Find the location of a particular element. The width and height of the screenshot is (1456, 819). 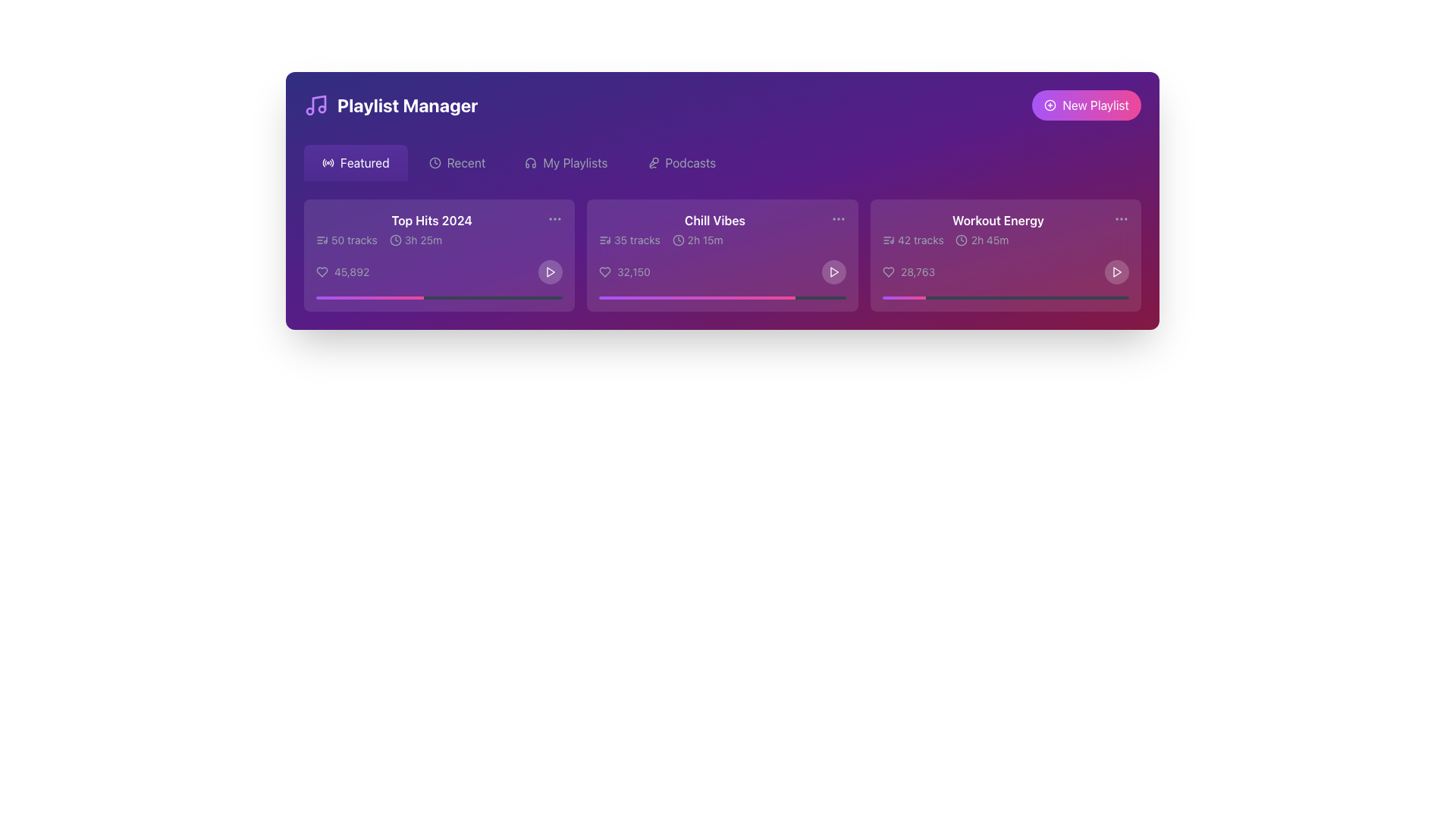

playlist name and details from the 'Chill Vibes' card, which includes the title in bold white text and additional information about the number of tracks and duration is located at coordinates (721, 230).